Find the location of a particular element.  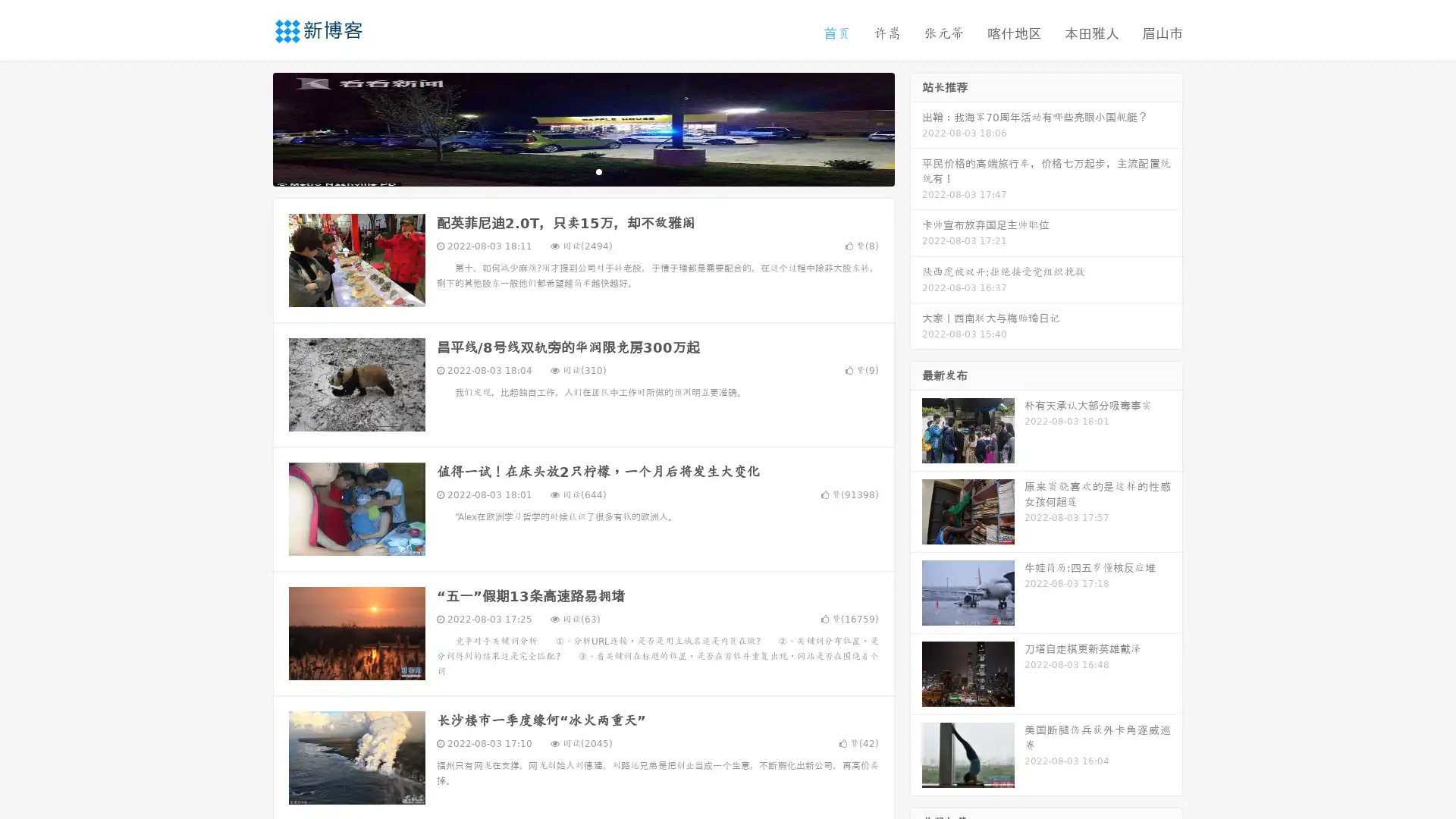

Go to slide 1 is located at coordinates (567, 171).